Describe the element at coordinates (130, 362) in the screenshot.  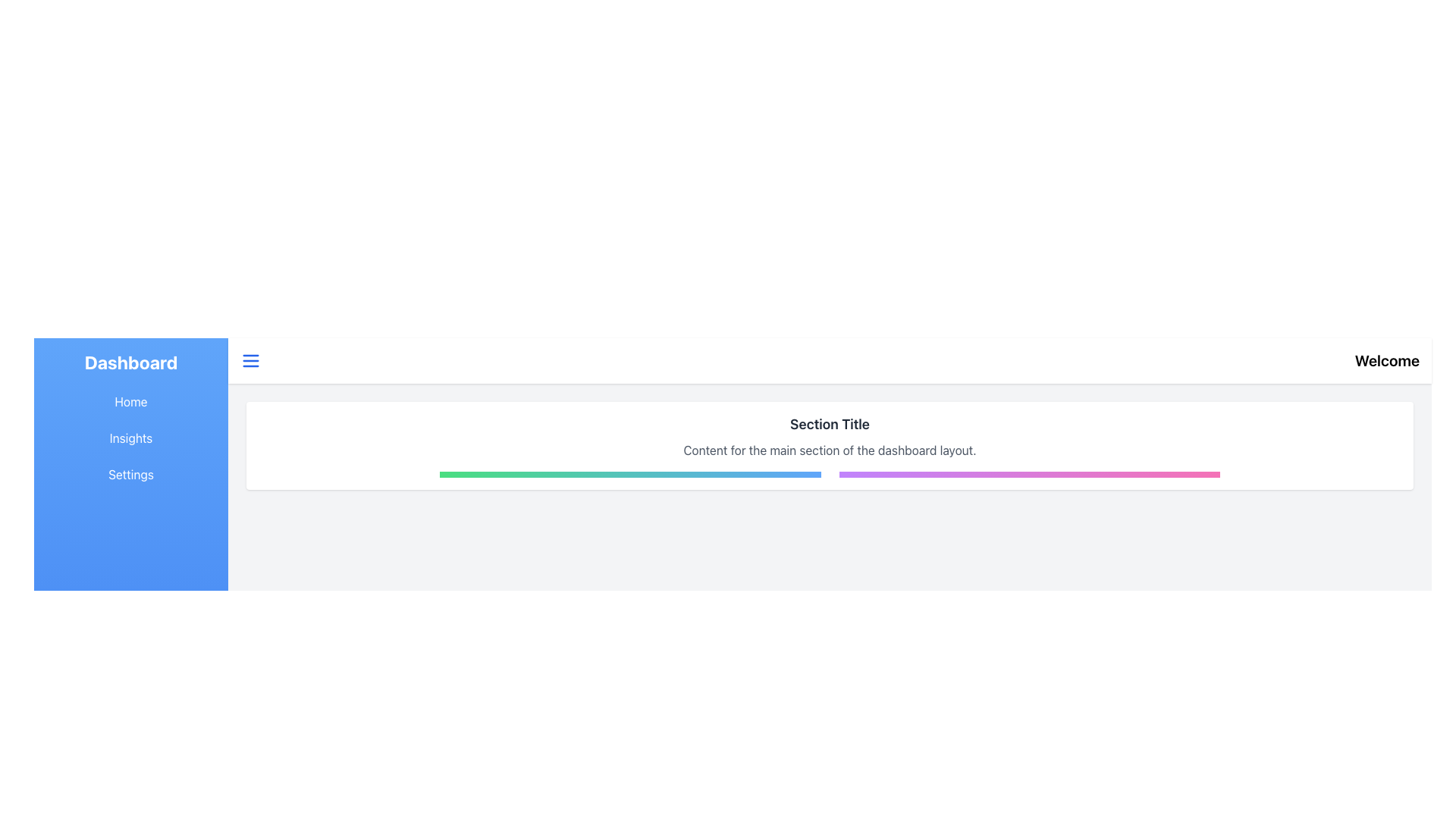
I see `the static text label located at the top of the sidebar menu, which indicates the current section or primary focus of the view` at that location.